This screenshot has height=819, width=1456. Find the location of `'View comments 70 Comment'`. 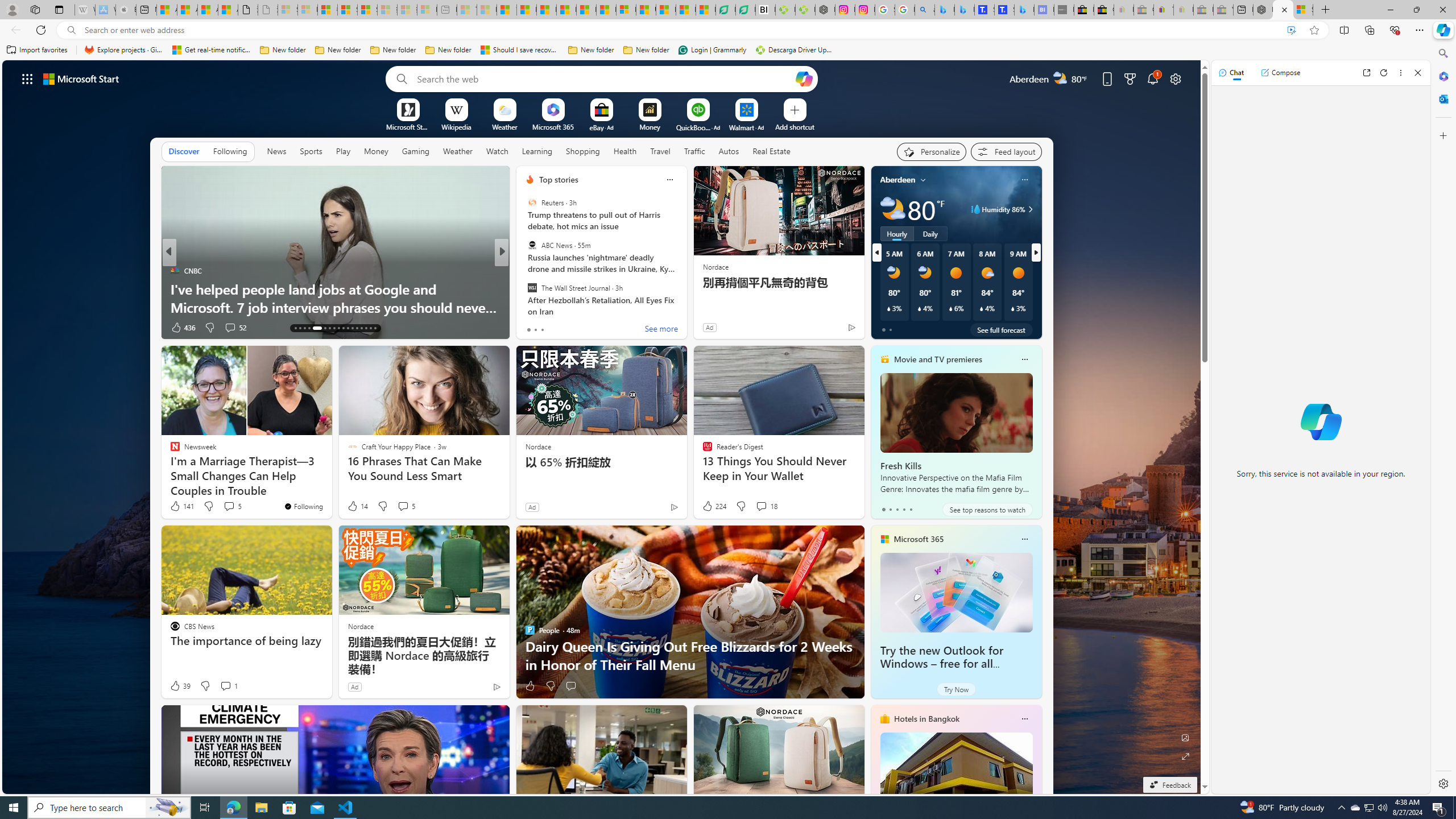

'View comments 70 Comment' is located at coordinates (580, 326).